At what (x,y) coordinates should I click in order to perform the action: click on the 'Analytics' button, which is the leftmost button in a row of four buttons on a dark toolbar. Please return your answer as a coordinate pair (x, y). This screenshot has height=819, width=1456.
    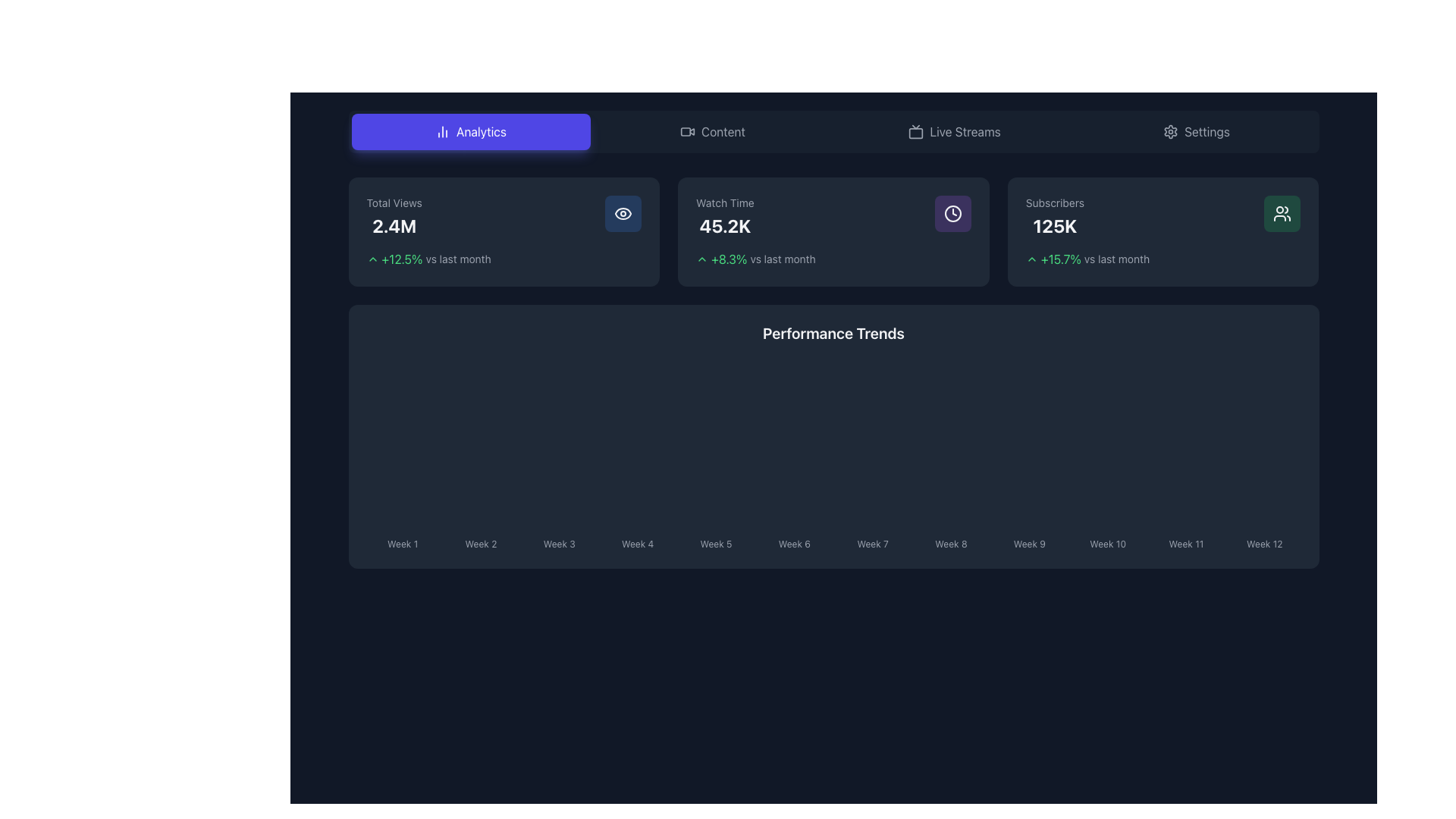
    Looking at the image, I should click on (469, 130).